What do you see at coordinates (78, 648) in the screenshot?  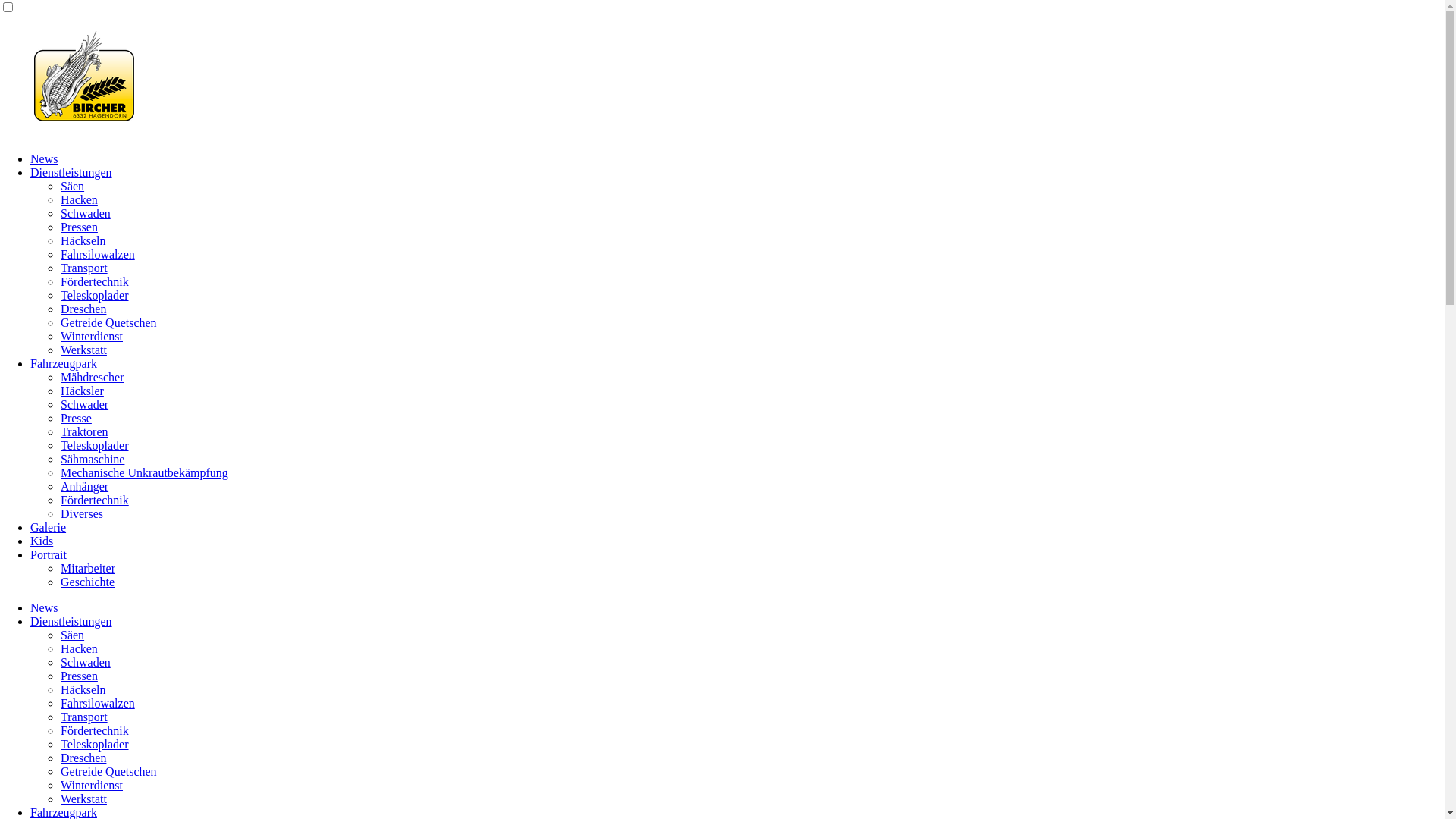 I see `'Hacken'` at bounding box center [78, 648].